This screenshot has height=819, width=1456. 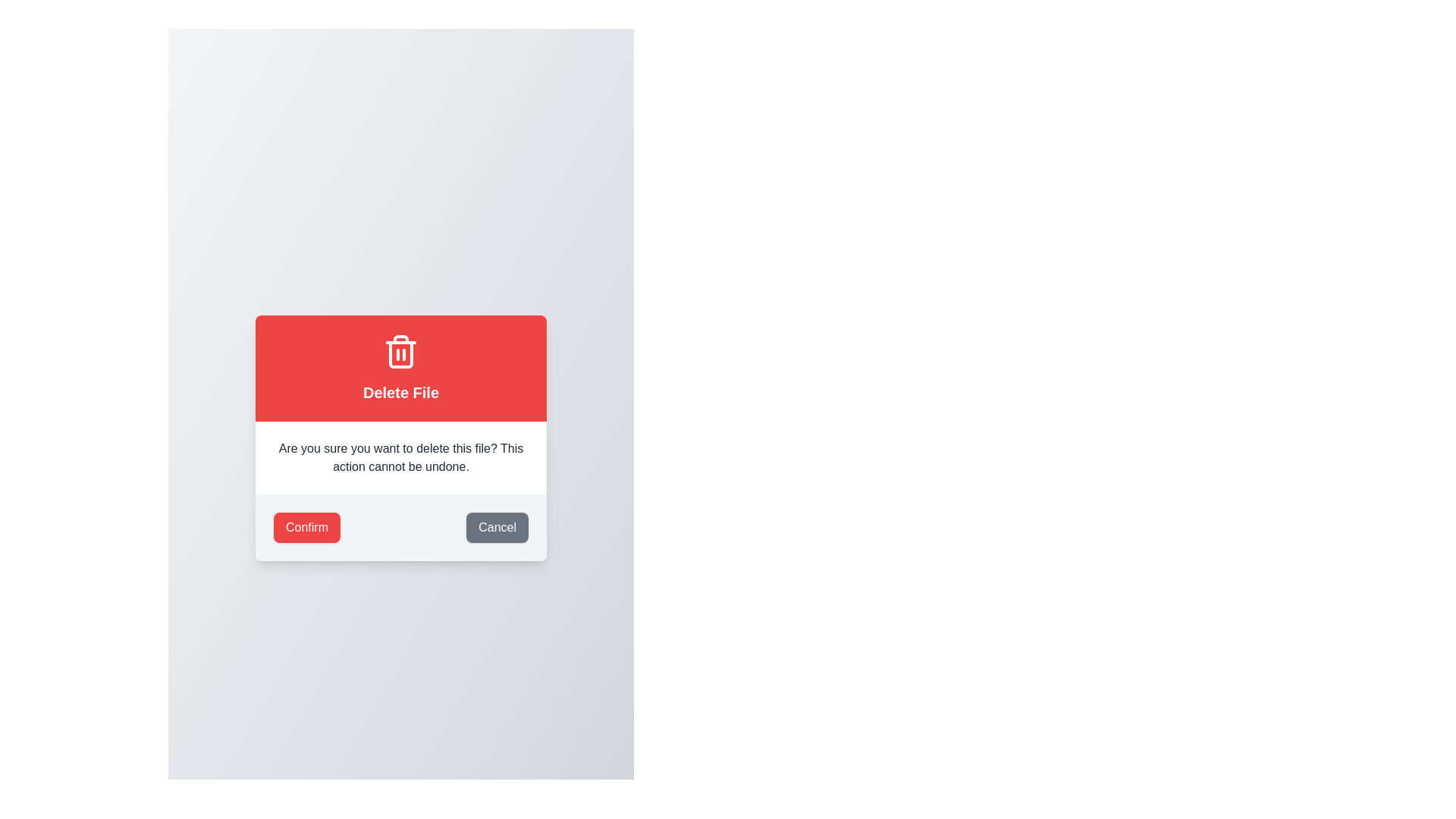 I want to click on warning message displayed in the text block located below the 'Delete File' header in the modal dialog box, which informs the user about the irreversible nature of file deletion, so click(x=400, y=457).